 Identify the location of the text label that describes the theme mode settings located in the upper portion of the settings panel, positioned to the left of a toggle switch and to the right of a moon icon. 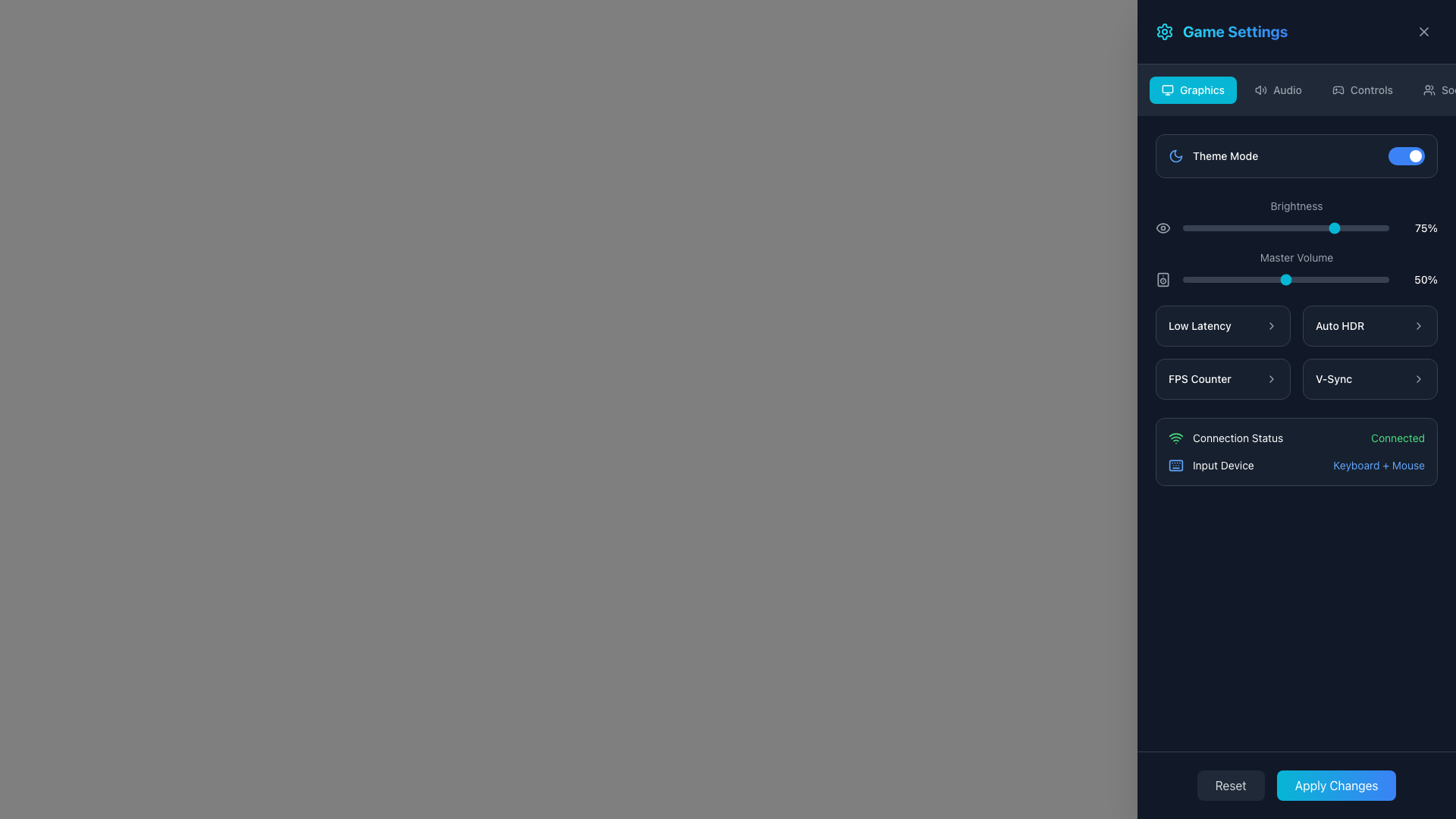
(1225, 155).